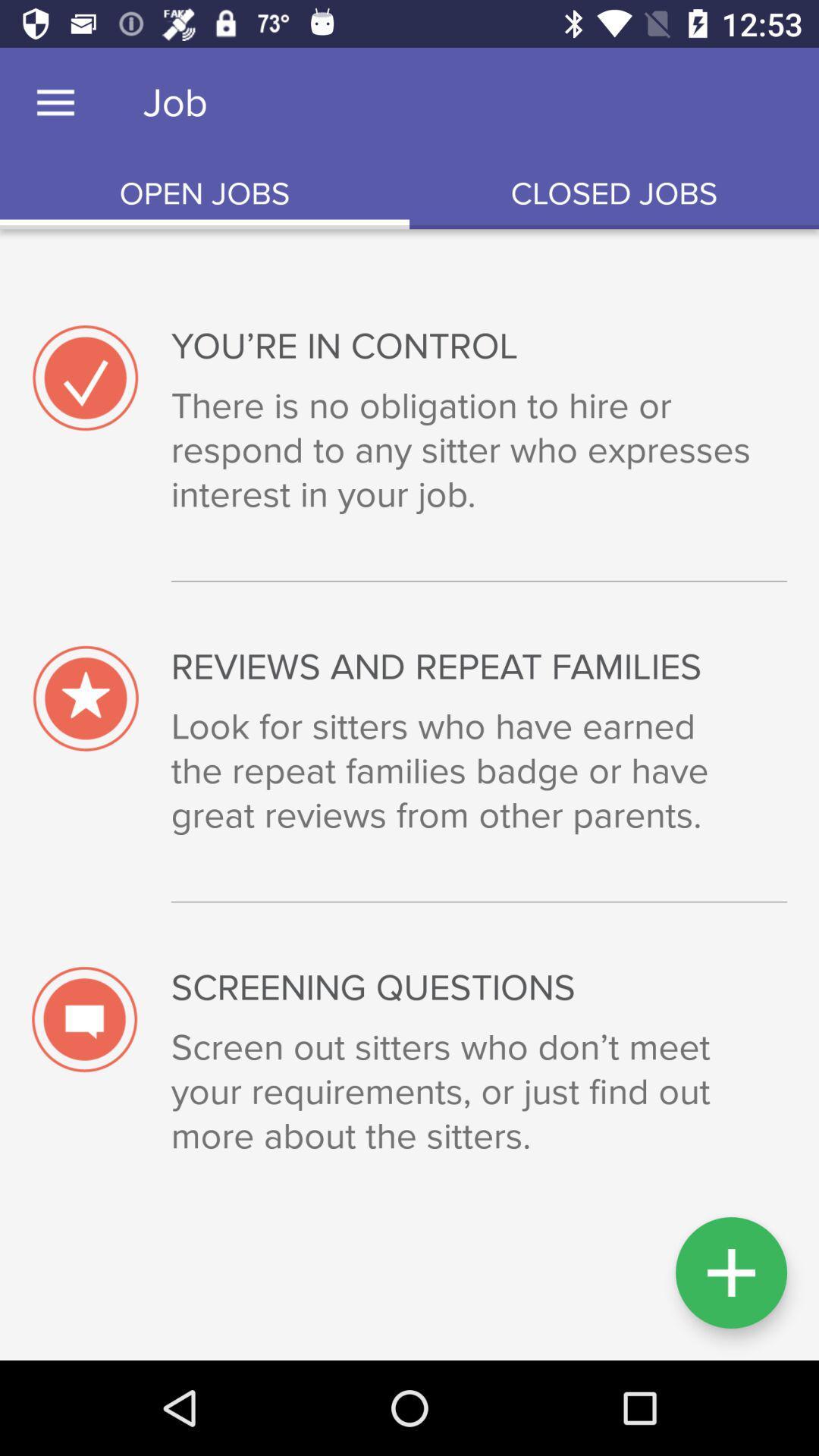 Image resolution: width=819 pixels, height=1456 pixels. What do you see at coordinates (205, 193) in the screenshot?
I see `the item next to the closed jobs icon` at bounding box center [205, 193].